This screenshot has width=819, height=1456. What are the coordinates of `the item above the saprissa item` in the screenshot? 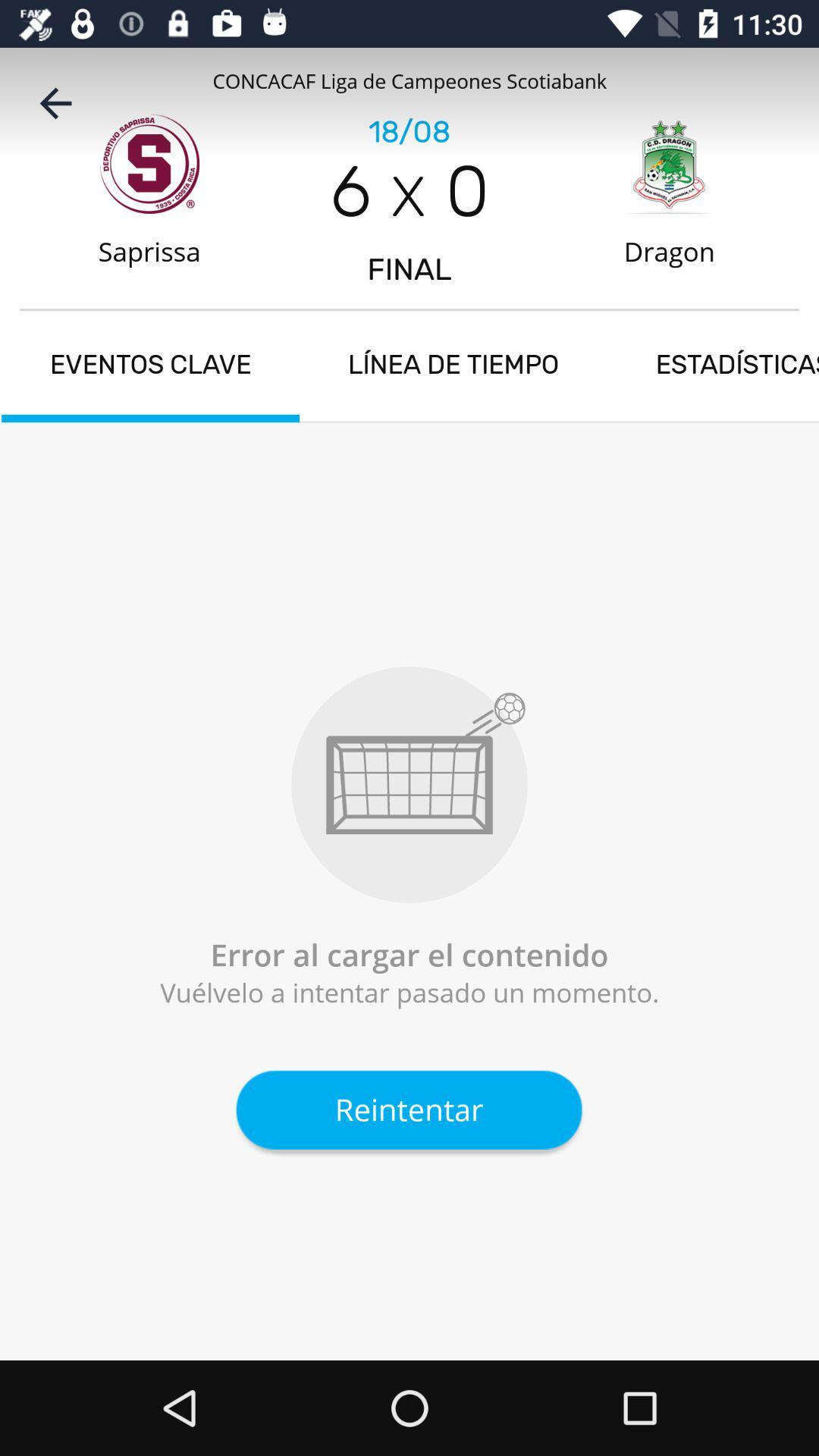 It's located at (55, 102).